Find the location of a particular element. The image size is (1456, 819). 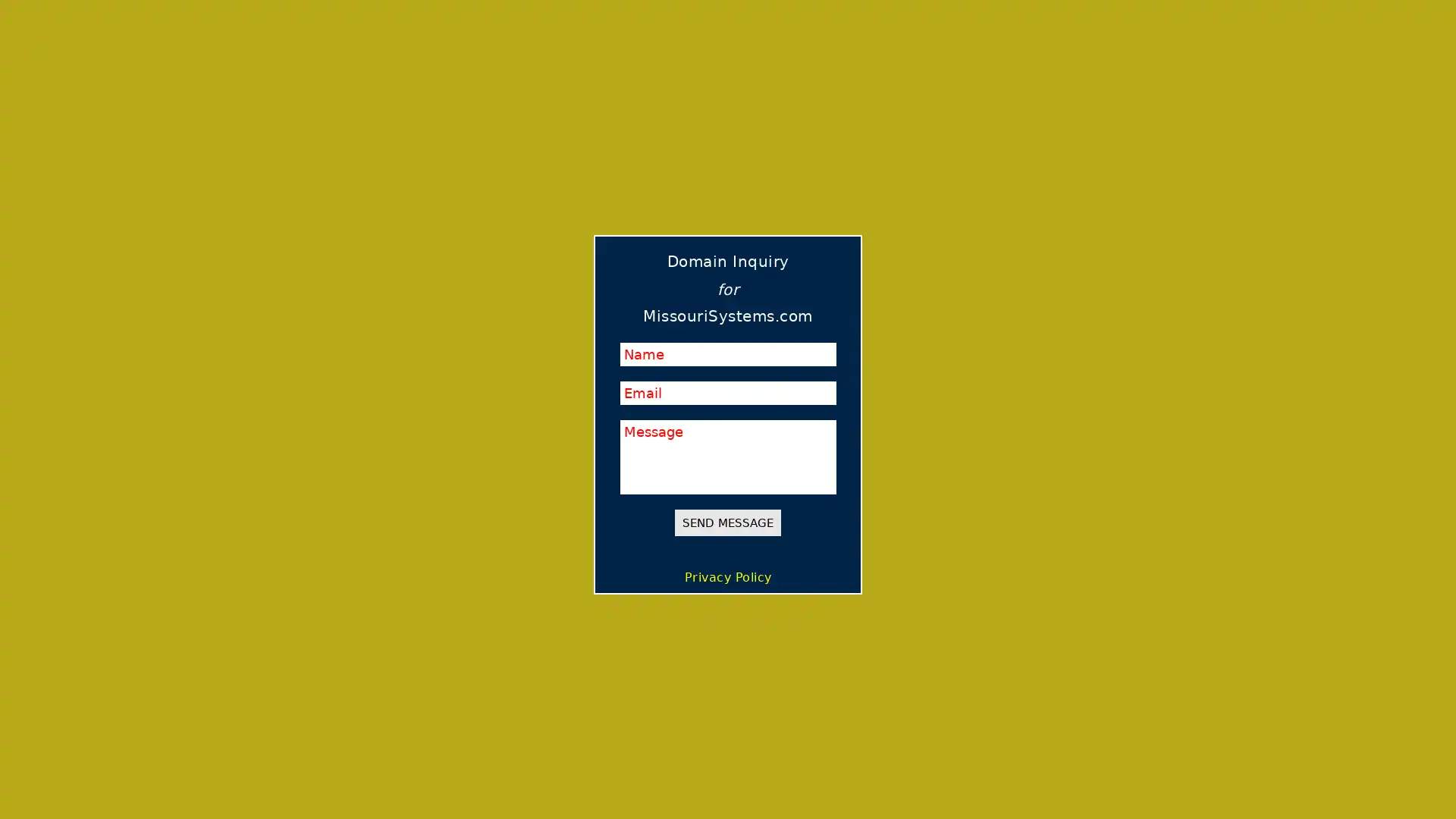

SEND MESSAGE is located at coordinates (728, 522).